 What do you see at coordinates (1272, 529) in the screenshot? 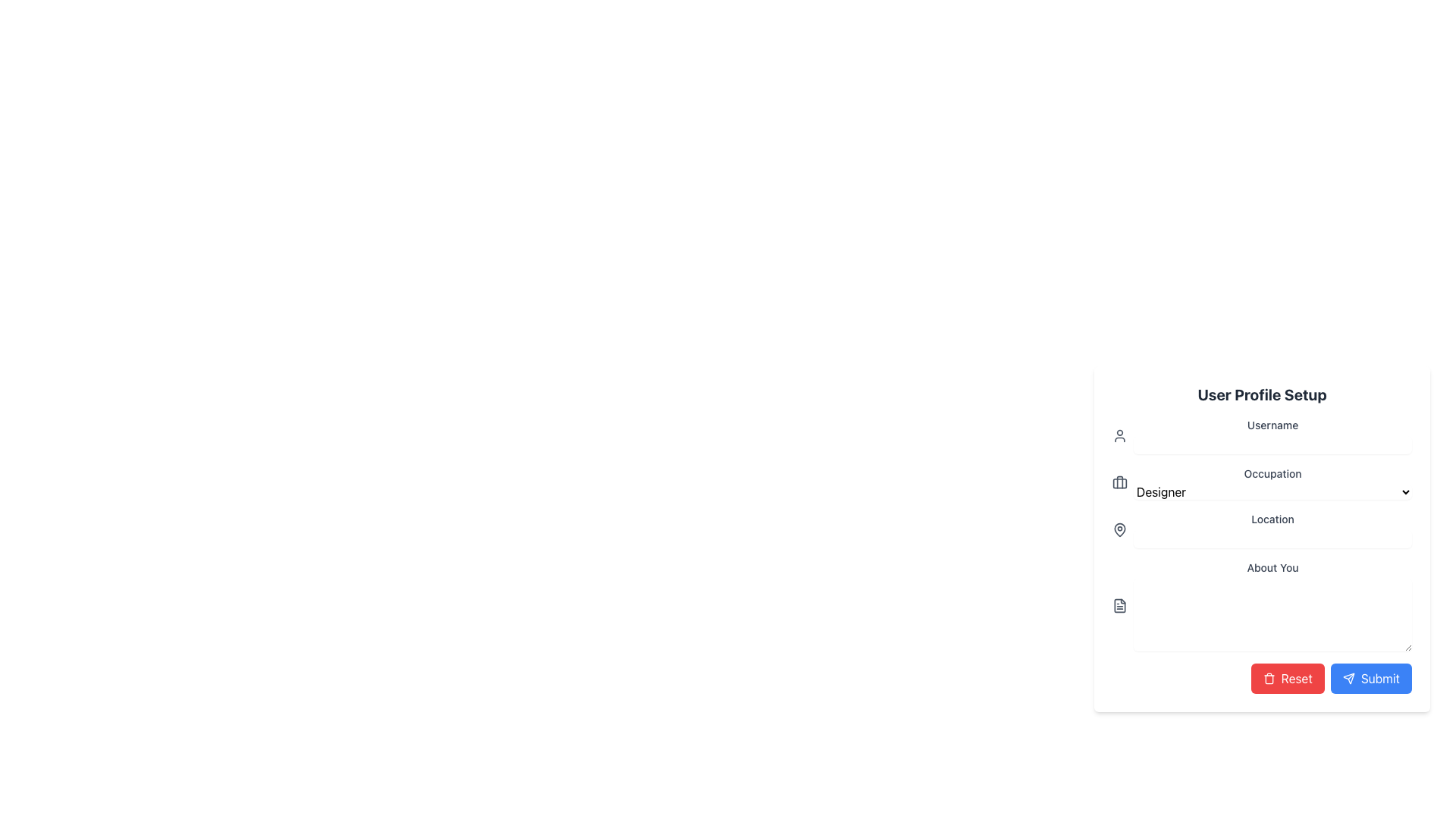
I see `the text input field for location information` at bounding box center [1272, 529].